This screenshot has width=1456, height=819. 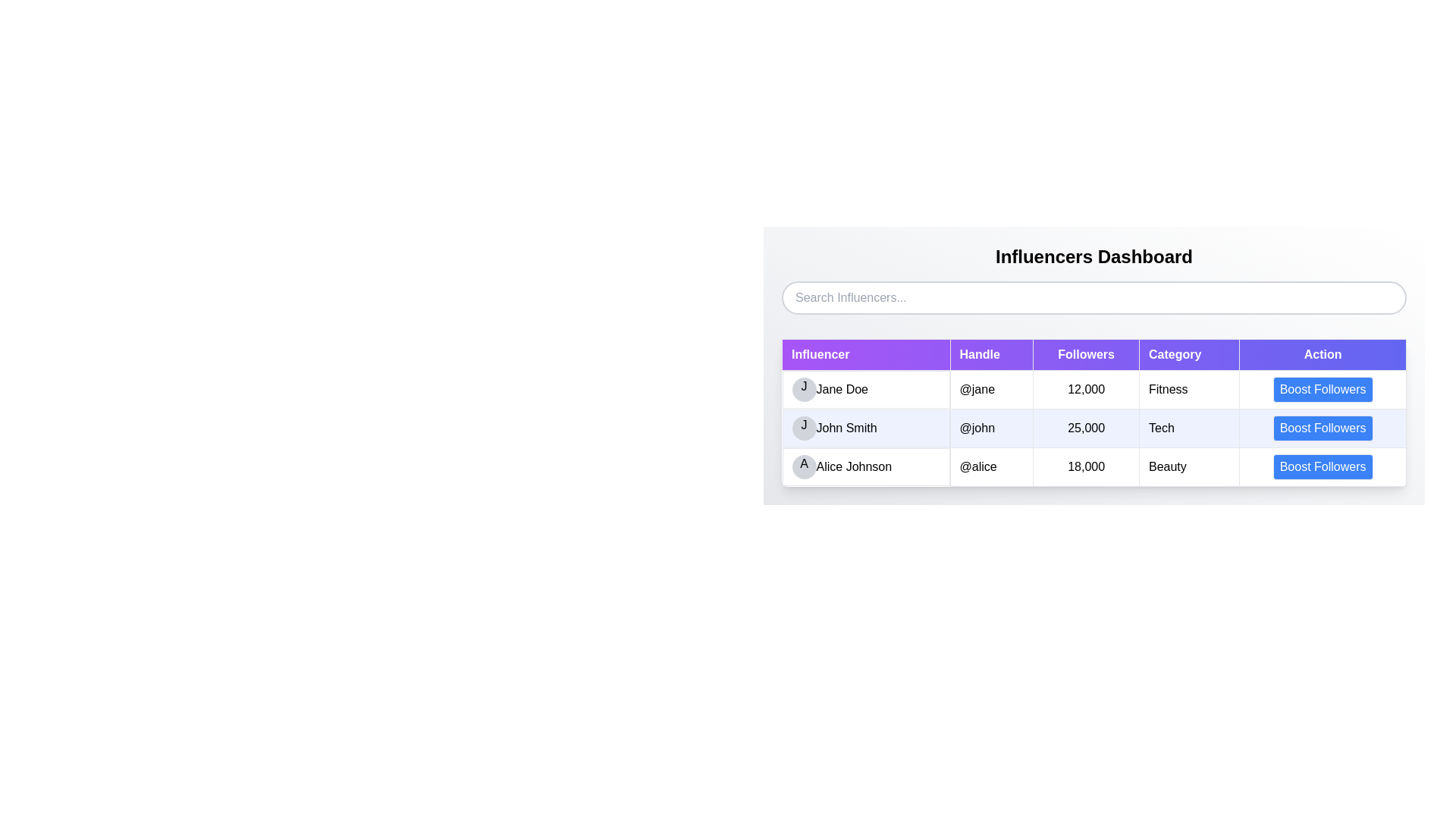 What do you see at coordinates (1094, 388) in the screenshot?
I see `the first row of the influencer information table, which includes user details like 'Jane Doe', handle '@jane', followers '12,000', category 'Fitness', and the 'Boost Followers' button` at bounding box center [1094, 388].